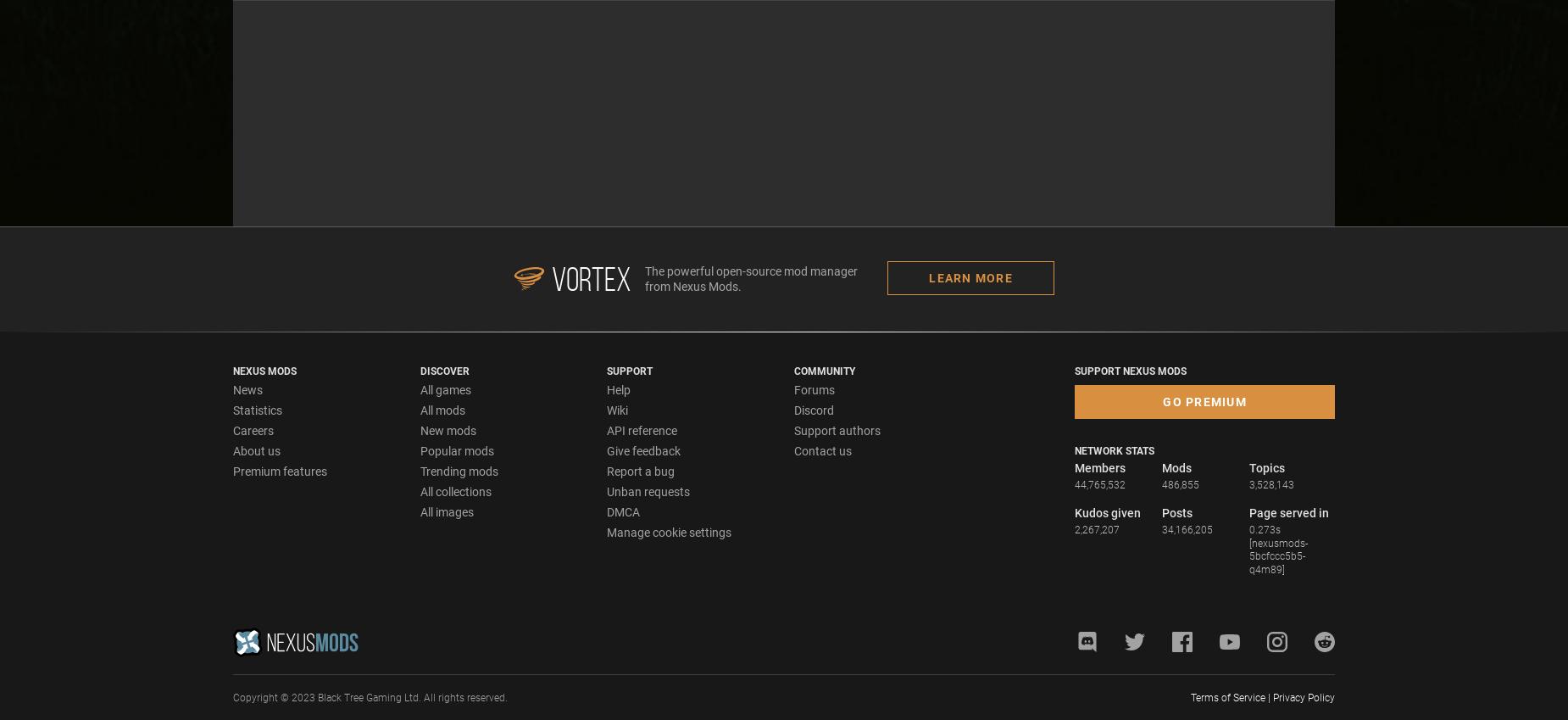 The height and width of the screenshot is (720, 1568). What do you see at coordinates (645, 277) in the screenshot?
I see `'The powerful open-source mod manager from Nexus Mods.'` at bounding box center [645, 277].